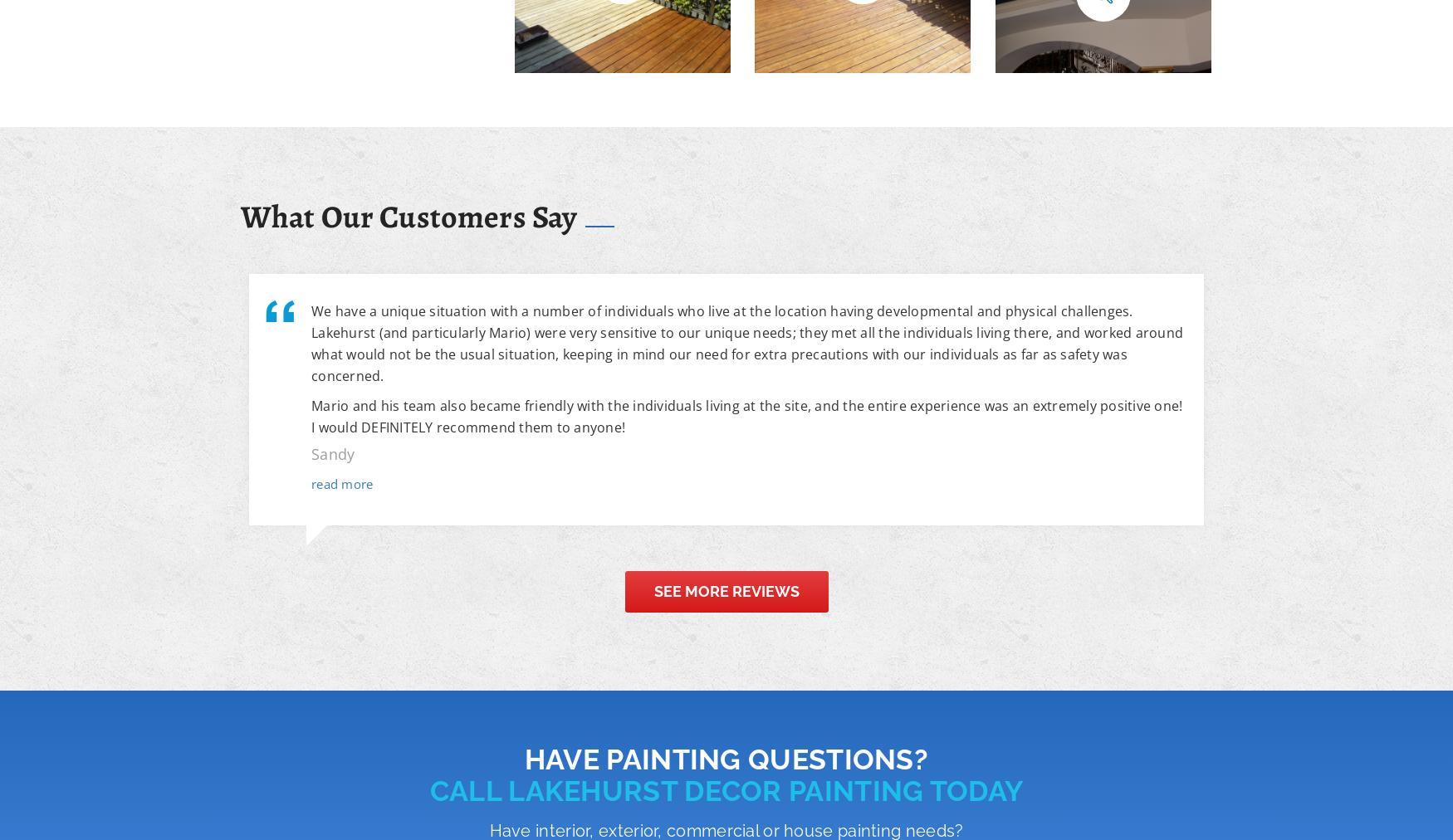  I want to click on 'Have Painting Questions?', so click(726, 759).